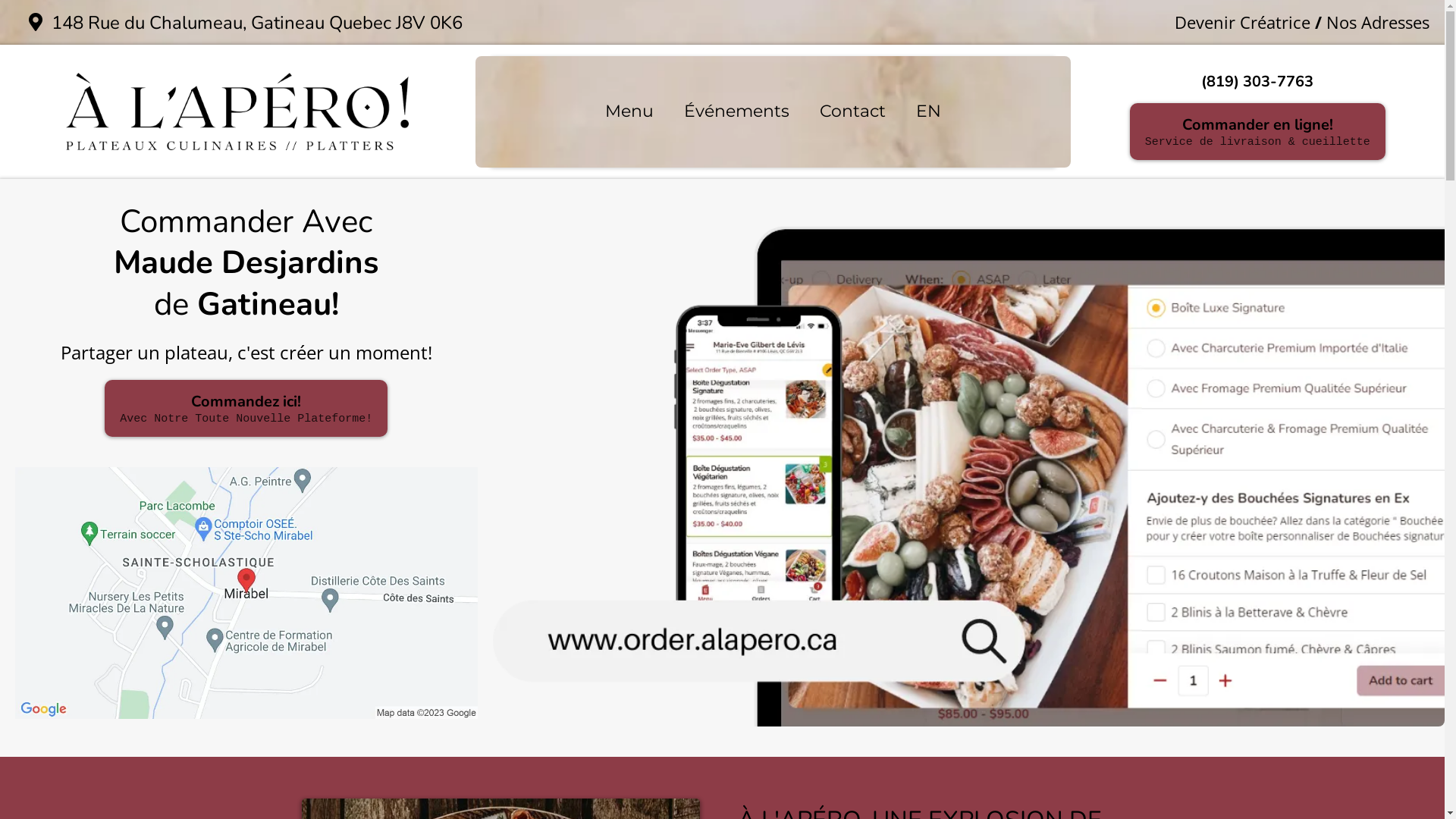 The width and height of the screenshot is (1456, 819). Describe the element at coordinates (1257, 81) in the screenshot. I see `'(819) 303-7763'` at that location.